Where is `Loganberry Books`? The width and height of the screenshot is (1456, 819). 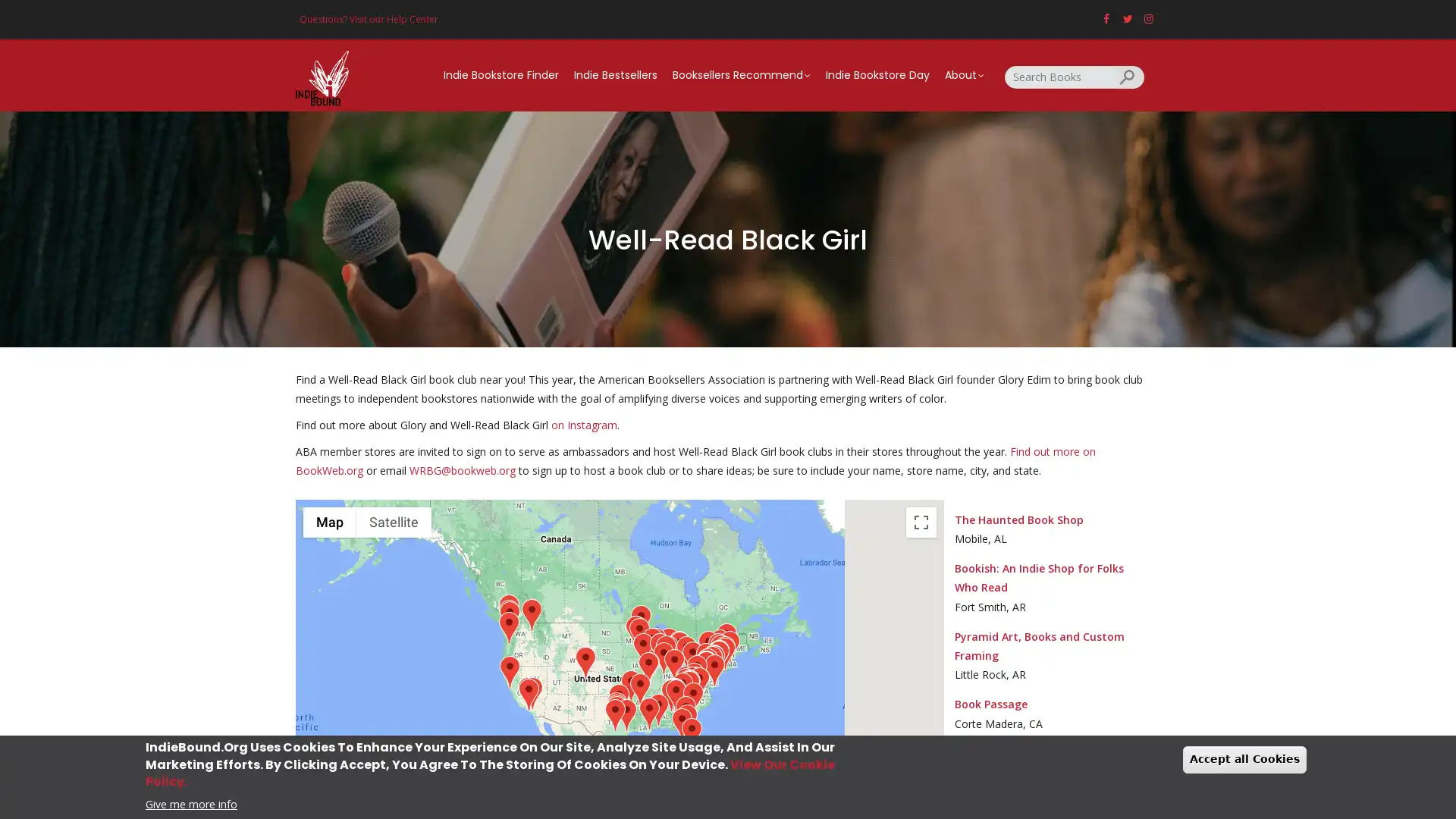
Loganberry Books is located at coordinates (685, 651).